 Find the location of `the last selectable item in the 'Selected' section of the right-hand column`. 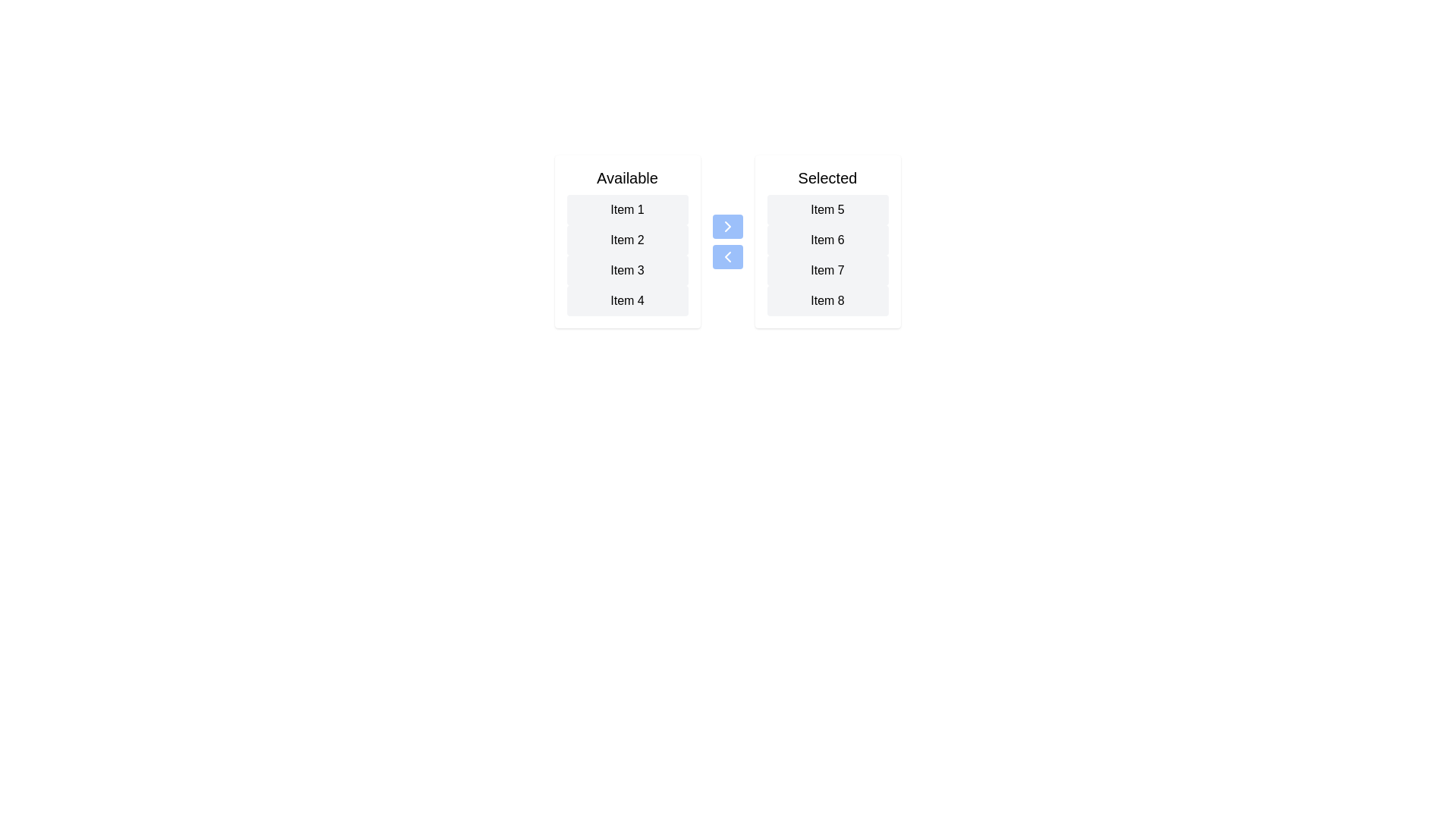

the last selectable item in the 'Selected' section of the right-hand column is located at coordinates (827, 301).